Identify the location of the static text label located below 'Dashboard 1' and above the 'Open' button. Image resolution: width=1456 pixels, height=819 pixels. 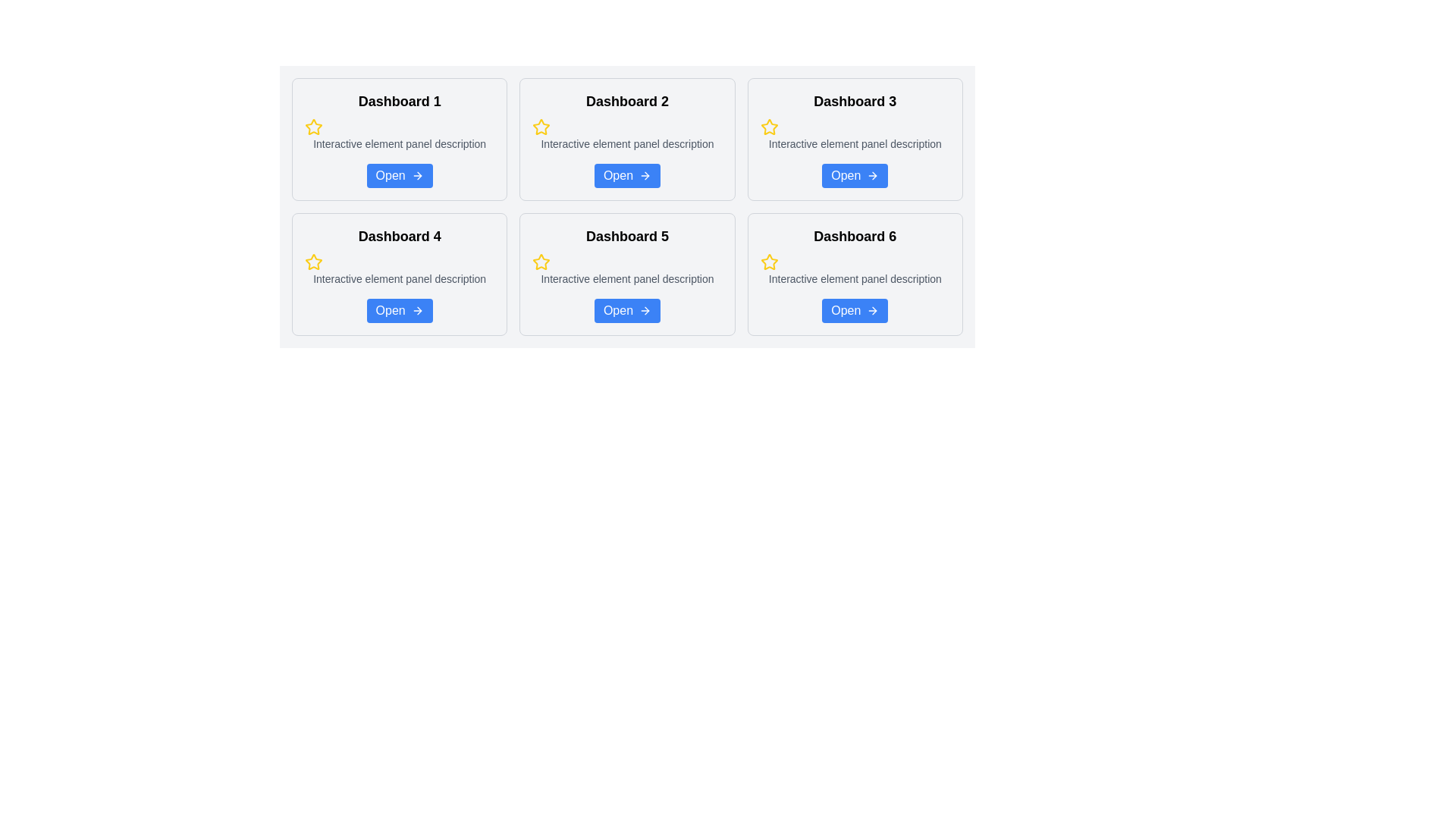
(400, 143).